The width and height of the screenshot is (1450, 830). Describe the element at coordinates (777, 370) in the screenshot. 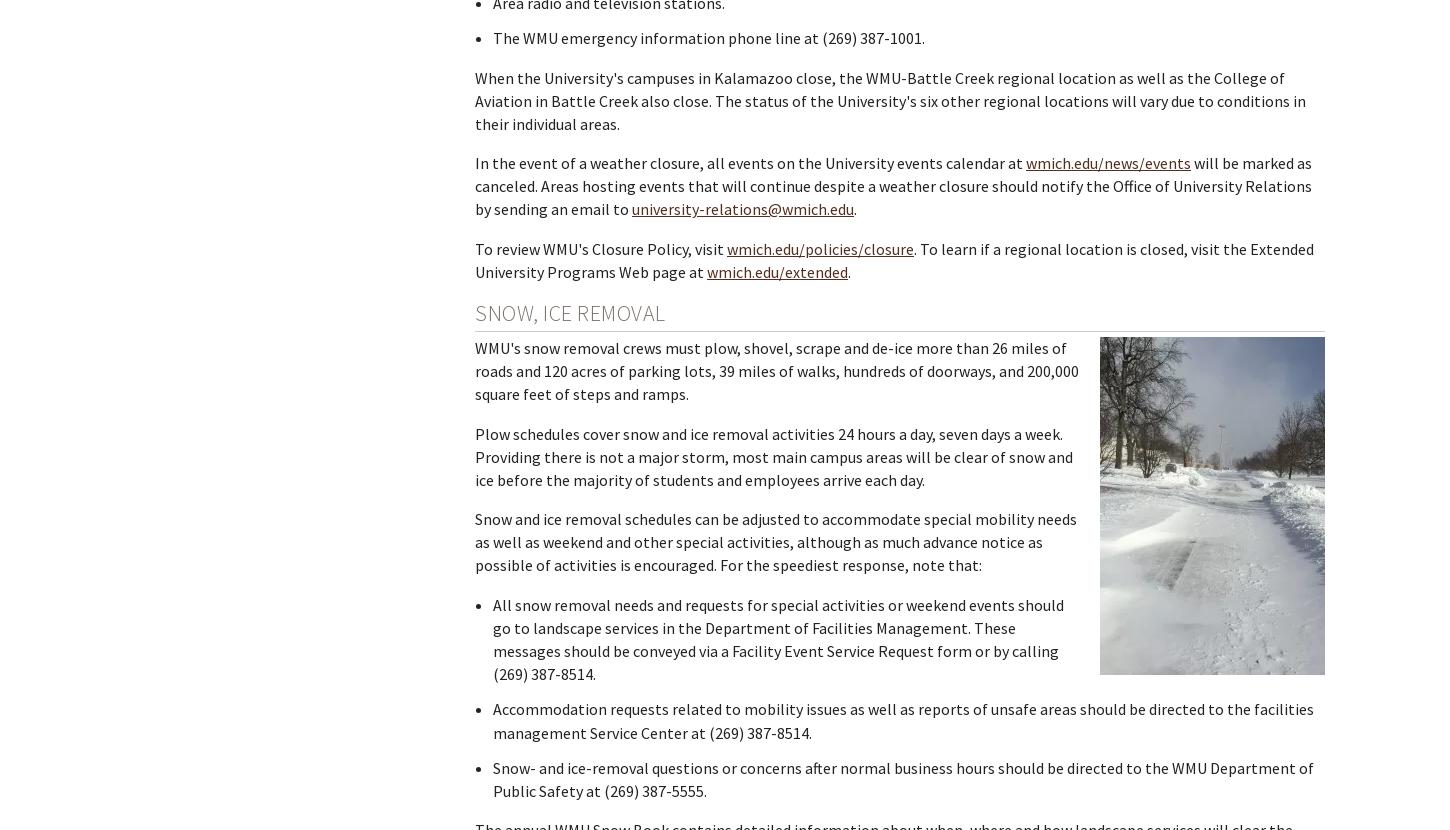

I see `'WMU's snow removal crews must plow, shovel, scrape and de-ice more than 26 miles of roads and 120 acres of parking lots, 39 miles of walks, hundreds of doorways, and 200,000 square feet of steps and ramps.'` at that location.